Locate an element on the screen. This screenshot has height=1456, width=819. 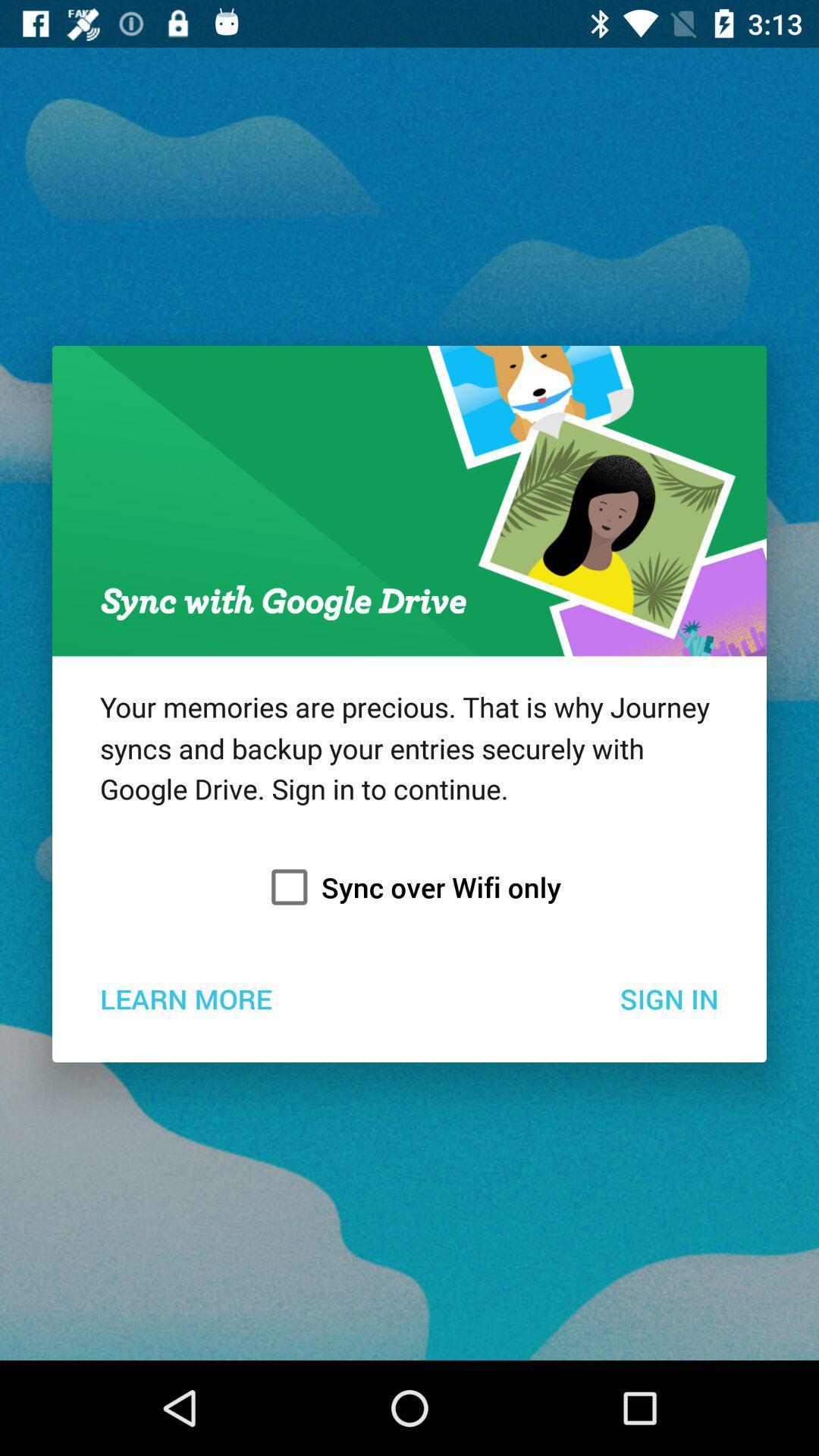
the item below the your memories are icon is located at coordinates (409, 887).